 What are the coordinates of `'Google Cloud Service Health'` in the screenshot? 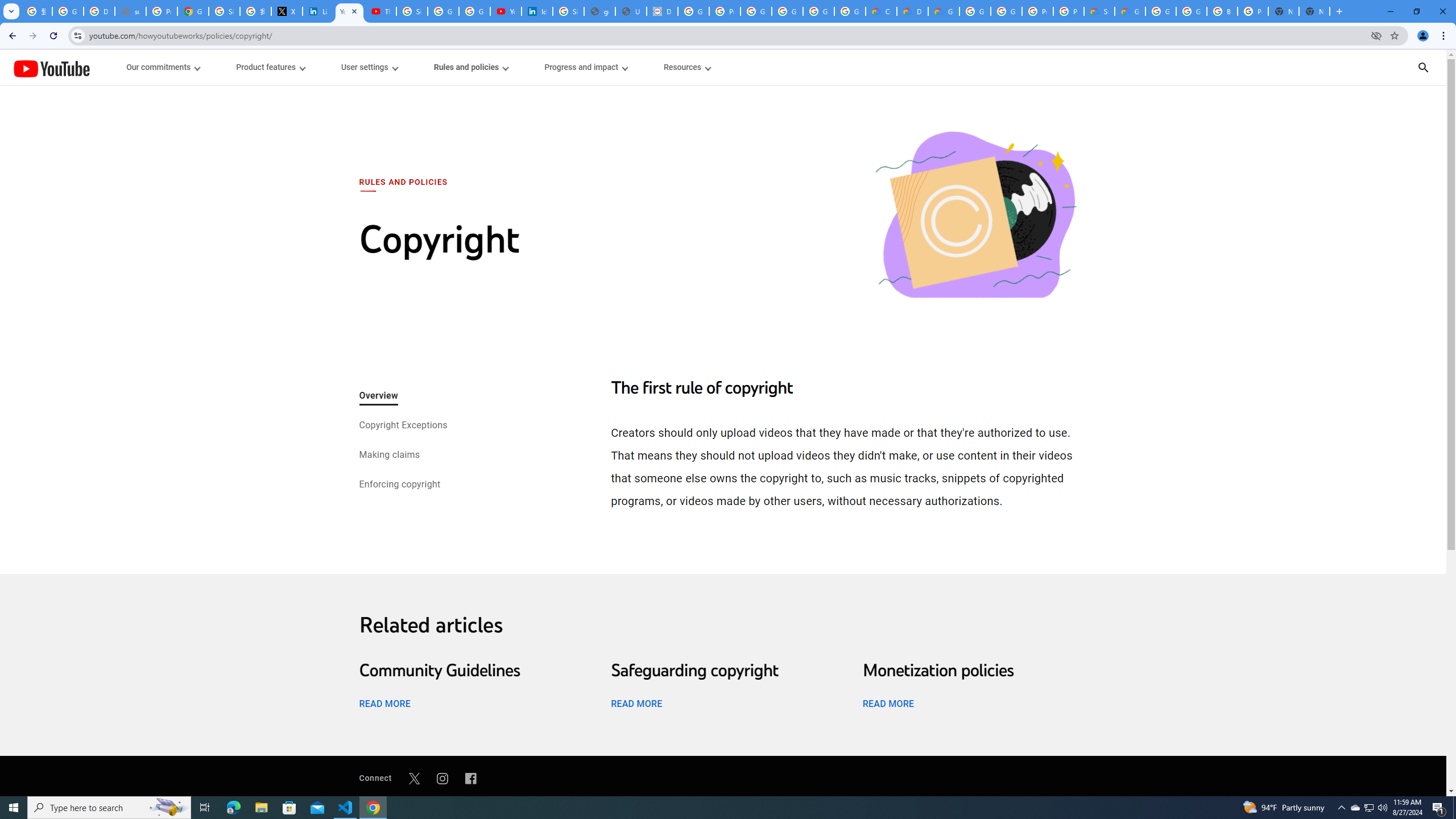 It's located at (1129, 11).